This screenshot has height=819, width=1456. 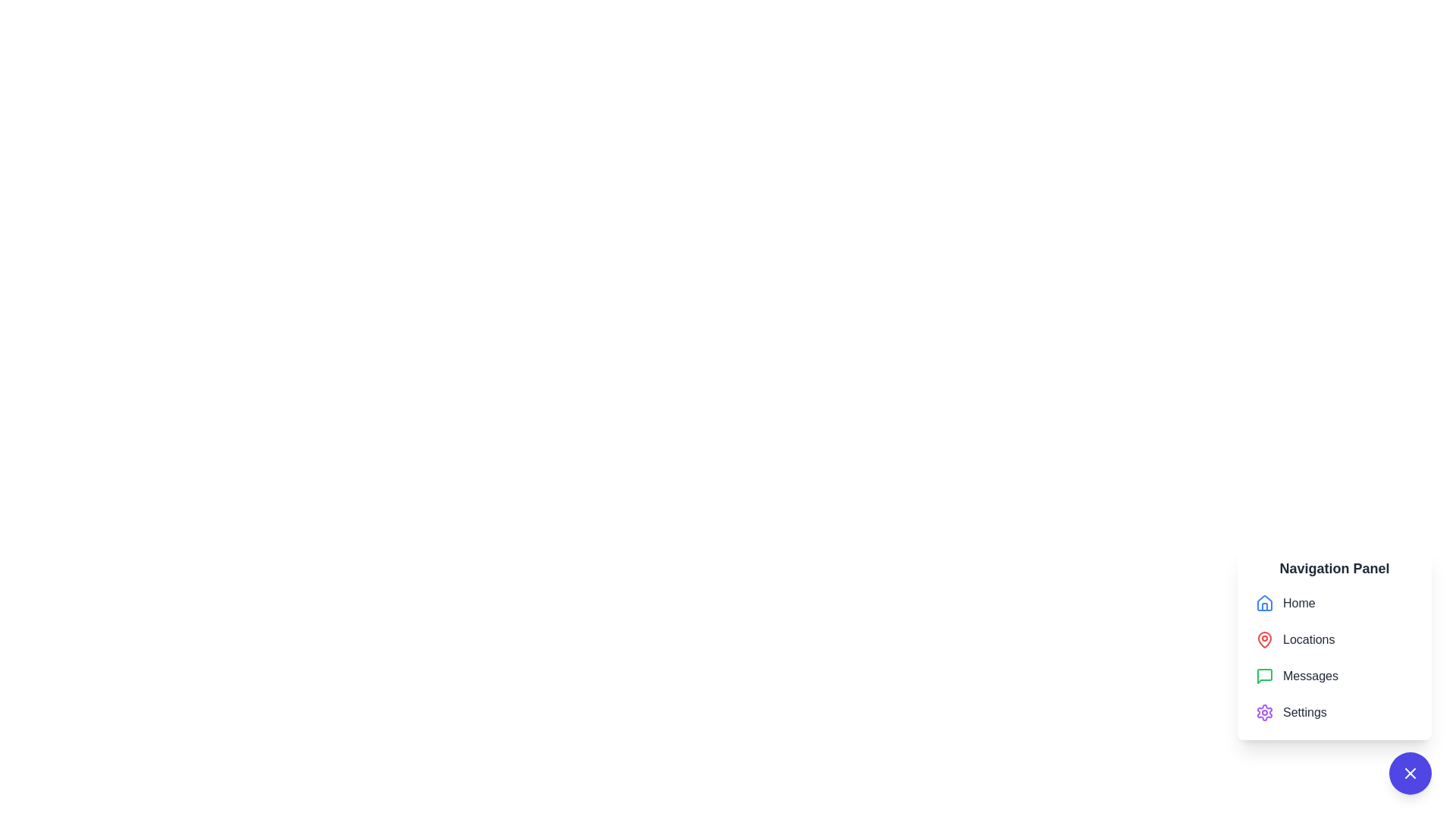 What do you see at coordinates (1298, 602) in the screenshot?
I see `the 'Home' text label in the Navigation Panel` at bounding box center [1298, 602].